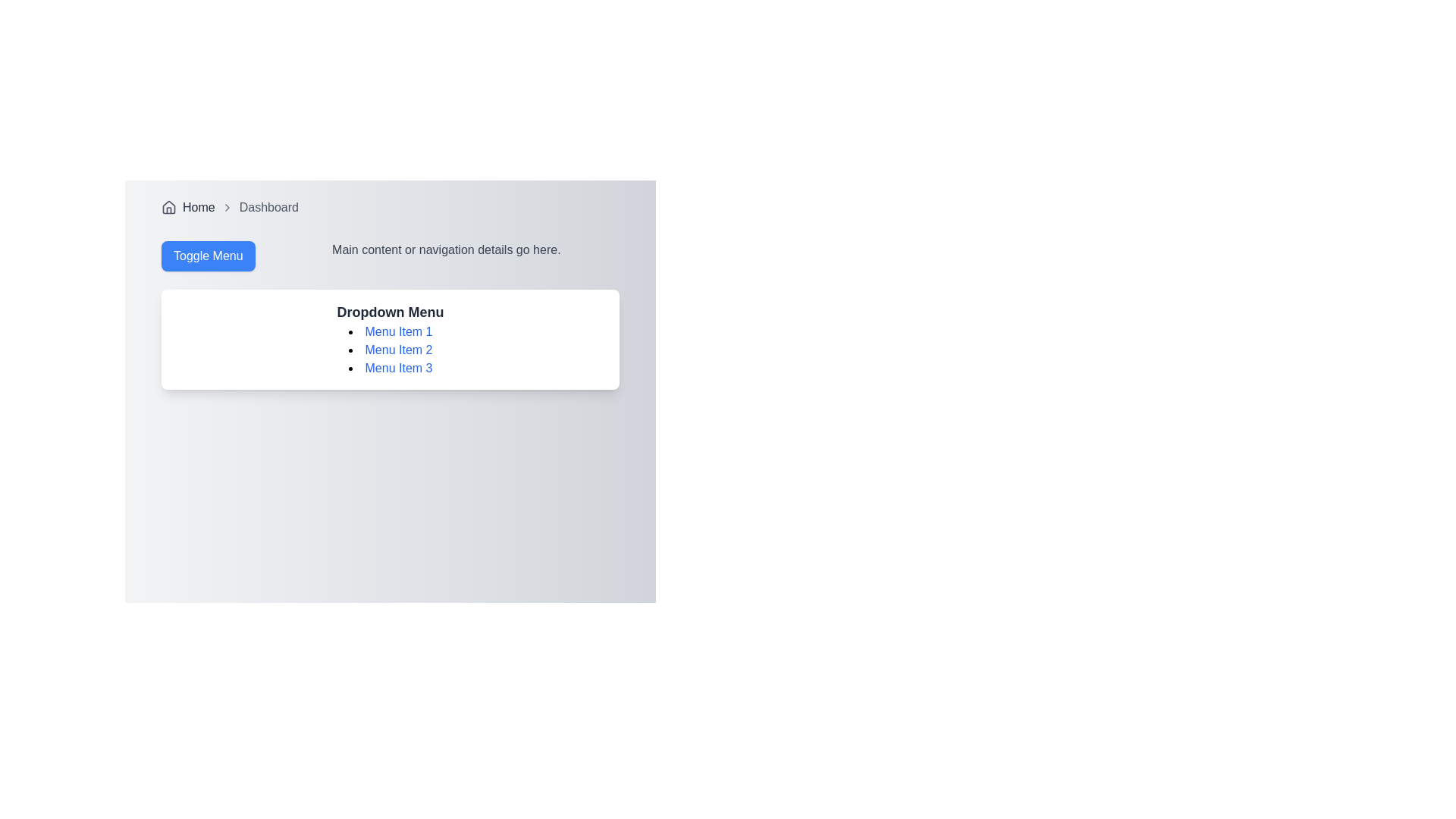  Describe the element at coordinates (390, 331) in the screenshot. I see `the text label displaying 'Menu Item 1' in the dropdown menu` at that location.